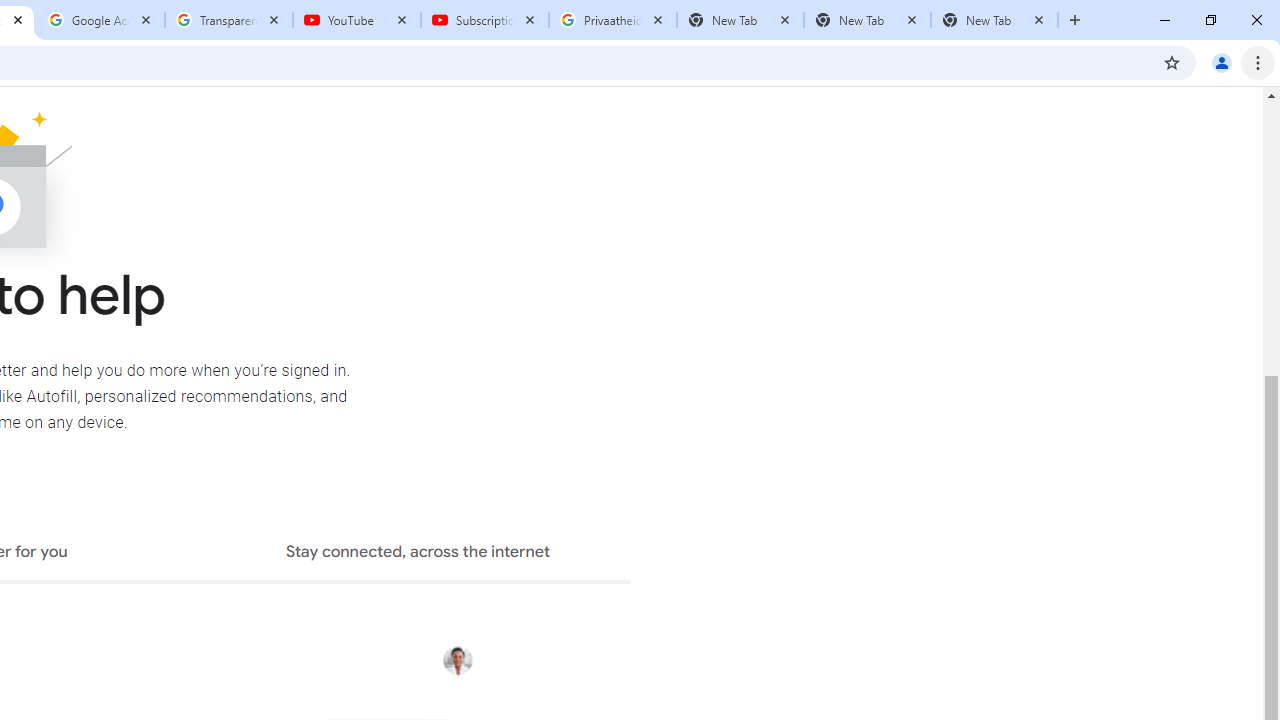 The image size is (1280, 720). Describe the element at coordinates (994, 20) in the screenshot. I see `'New Tab'` at that location.